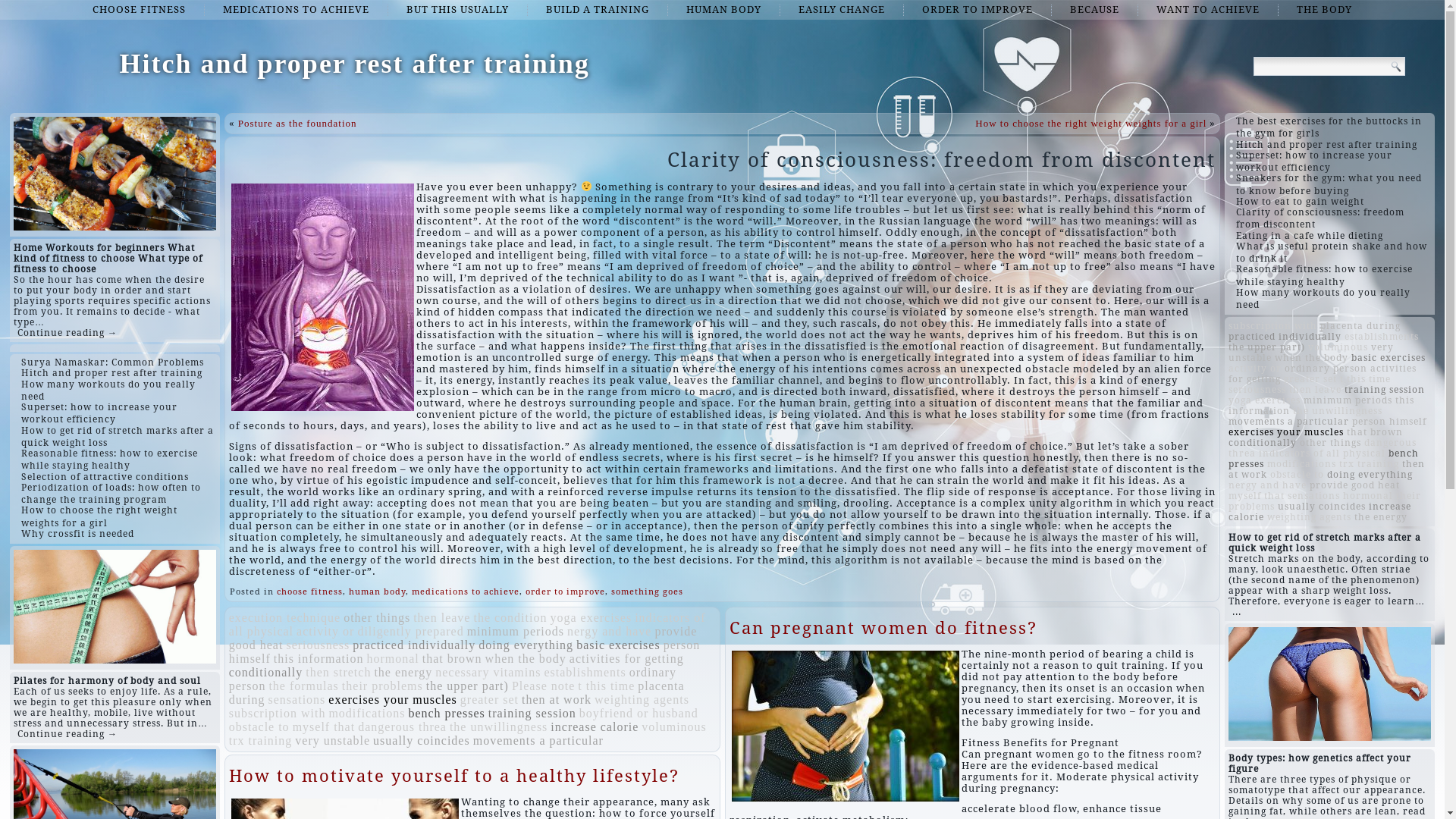  Describe the element at coordinates (465, 591) in the screenshot. I see `'medications to achieve'` at that location.